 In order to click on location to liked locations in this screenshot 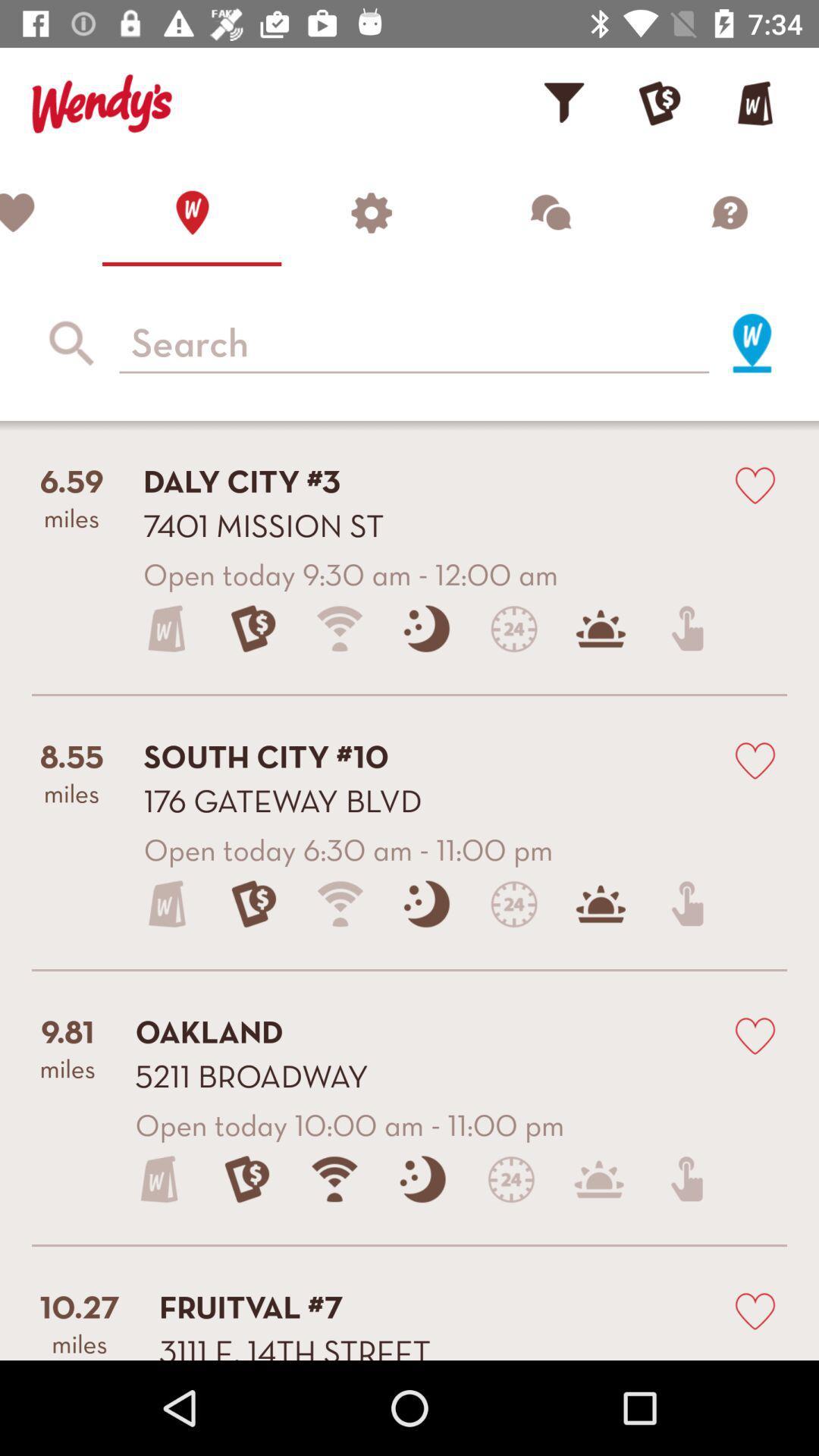, I will do `click(755, 1034)`.